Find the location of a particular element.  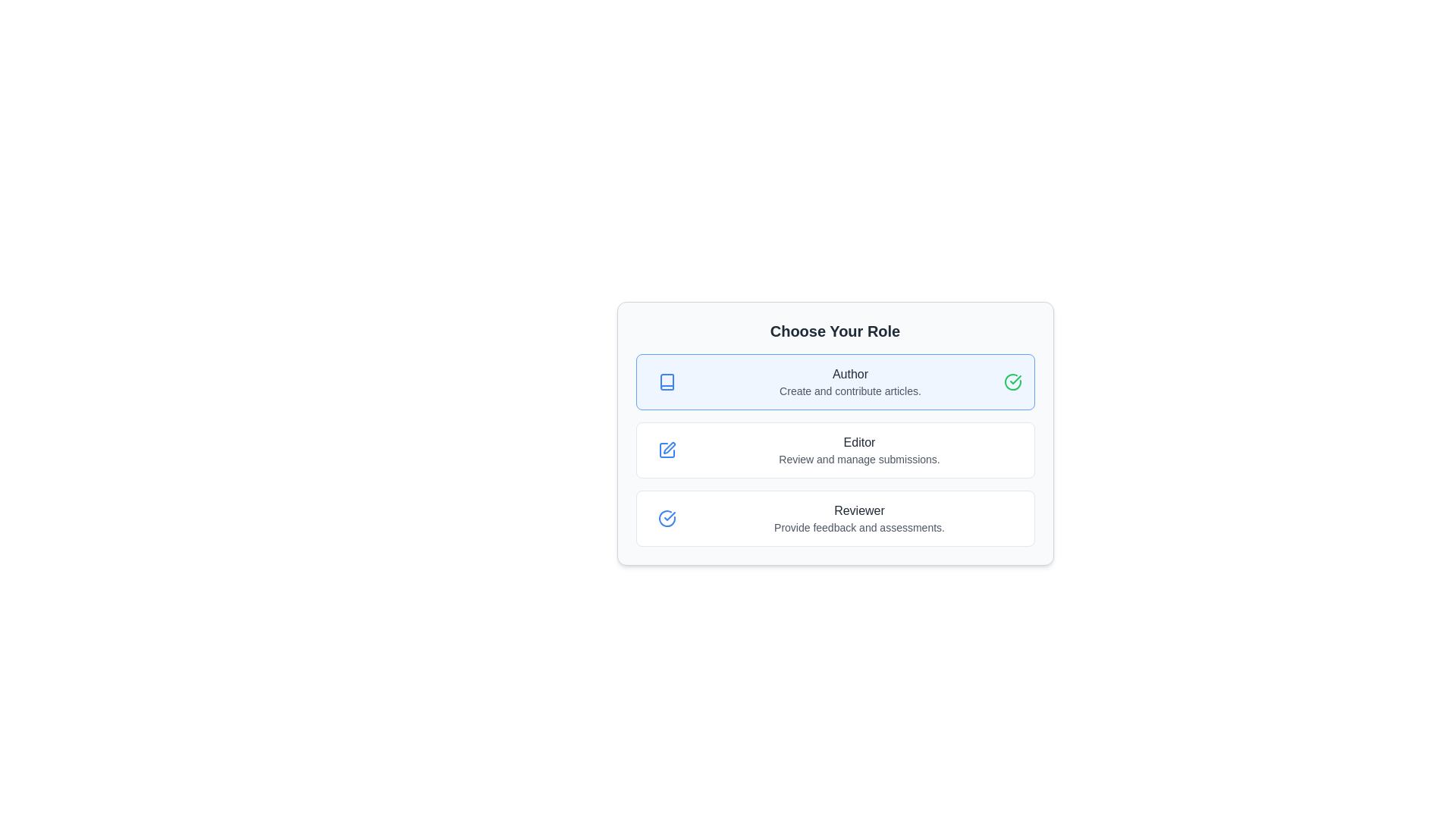

the status indicator icon for the 'Author' option in the role selection interface is located at coordinates (1012, 381).